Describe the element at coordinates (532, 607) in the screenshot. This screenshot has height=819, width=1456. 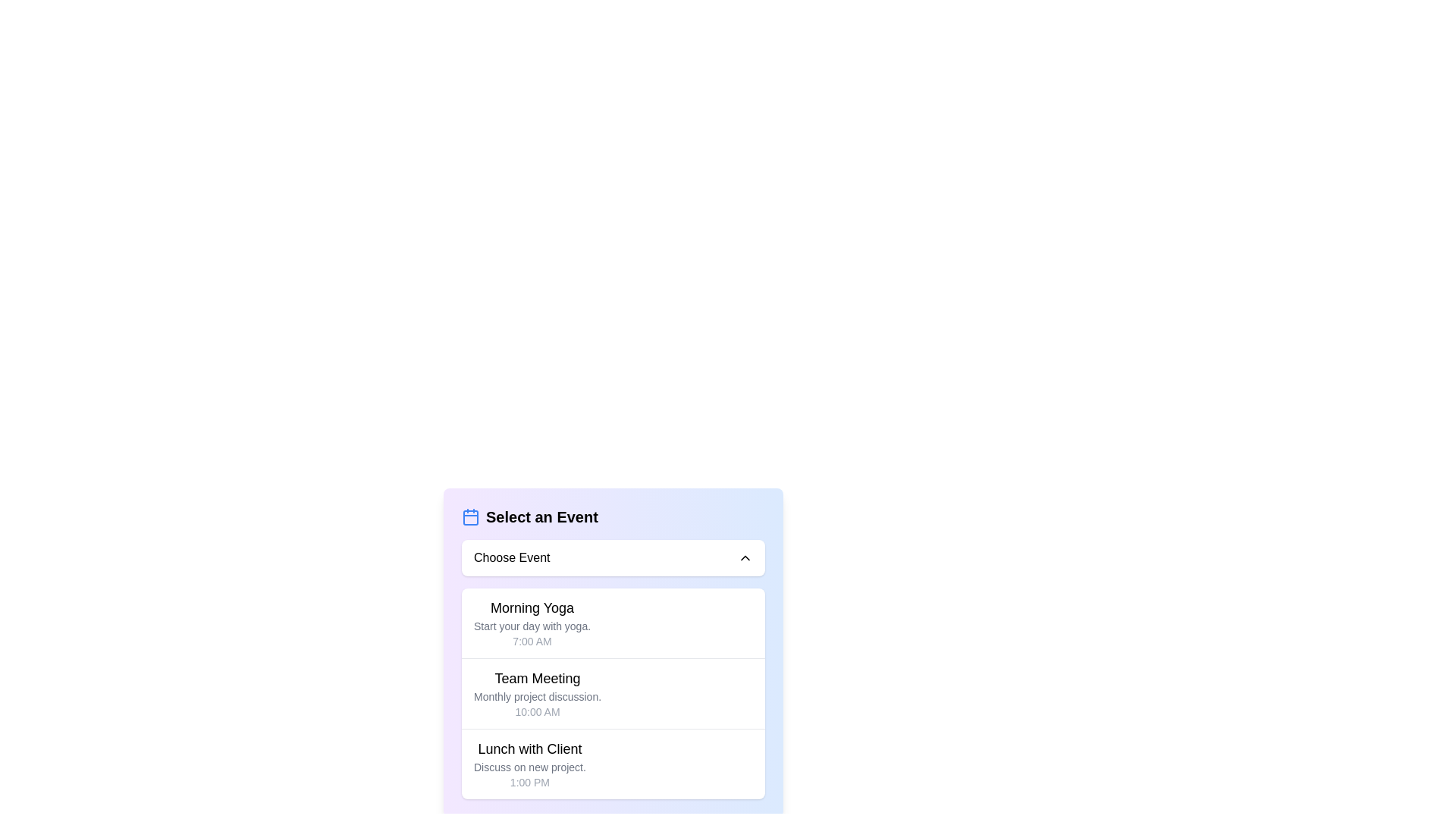
I see `the text label that serves as the title of the event option, which is the first item in the list above 'Start your day with yoga.' and '7:00 AM'` at that location.